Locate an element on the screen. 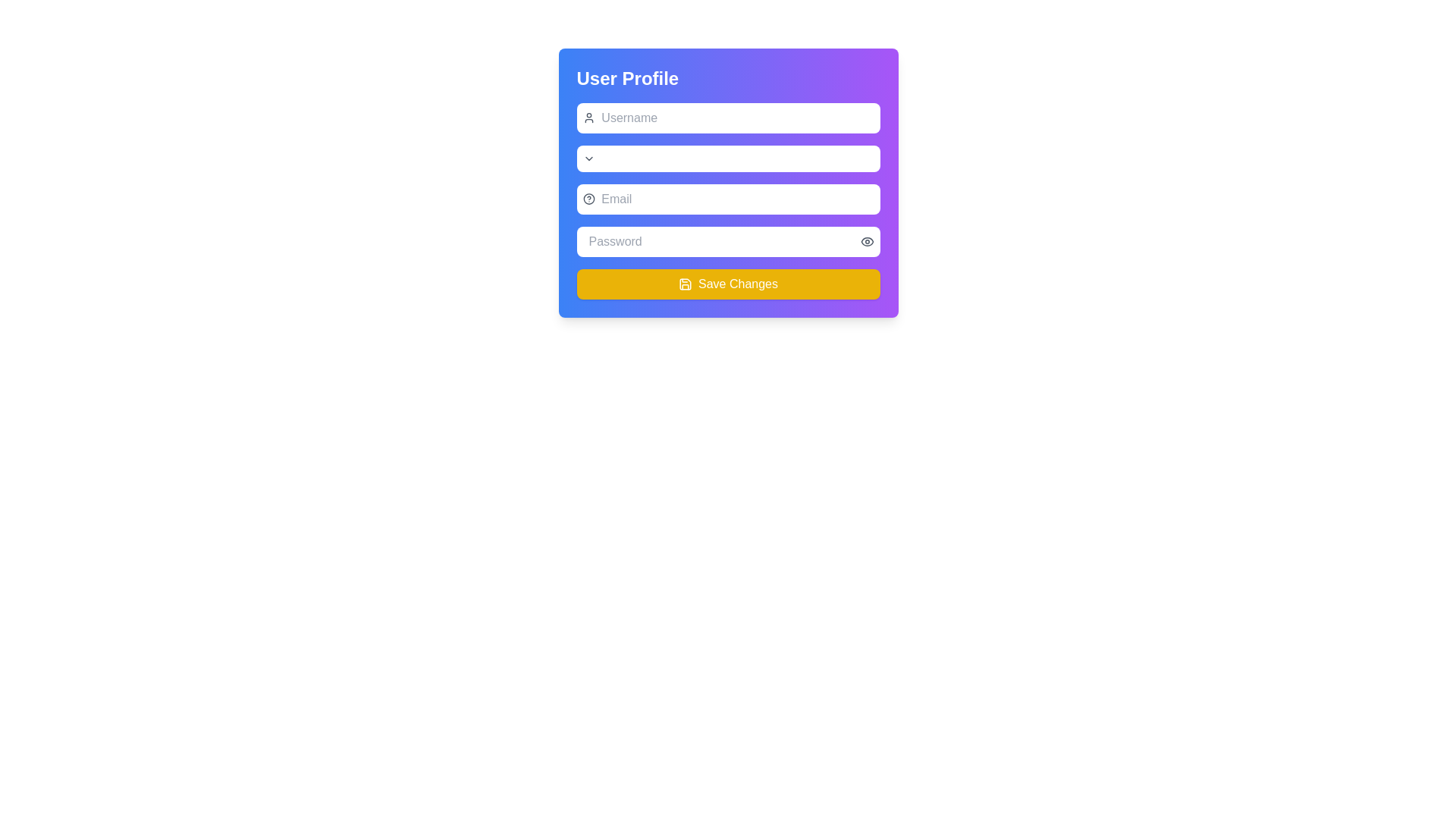 Image resolution: width=1456 pixels, height=819 pixels. the visibility toggle button located to the right of the password input field is located at coordinates (867, 241).